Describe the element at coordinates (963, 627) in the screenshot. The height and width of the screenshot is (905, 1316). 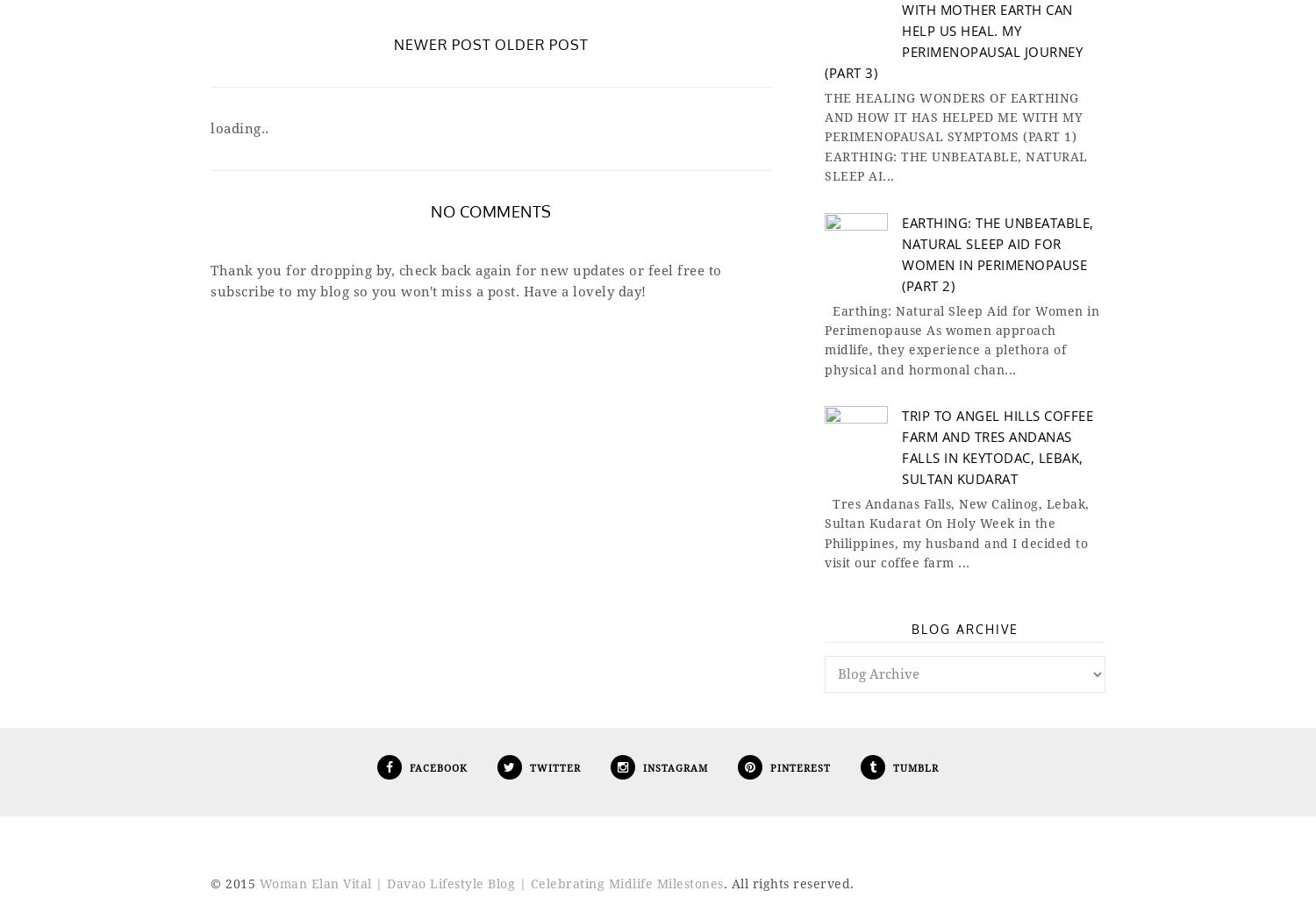
I see `'Blog Archive'` at that location.